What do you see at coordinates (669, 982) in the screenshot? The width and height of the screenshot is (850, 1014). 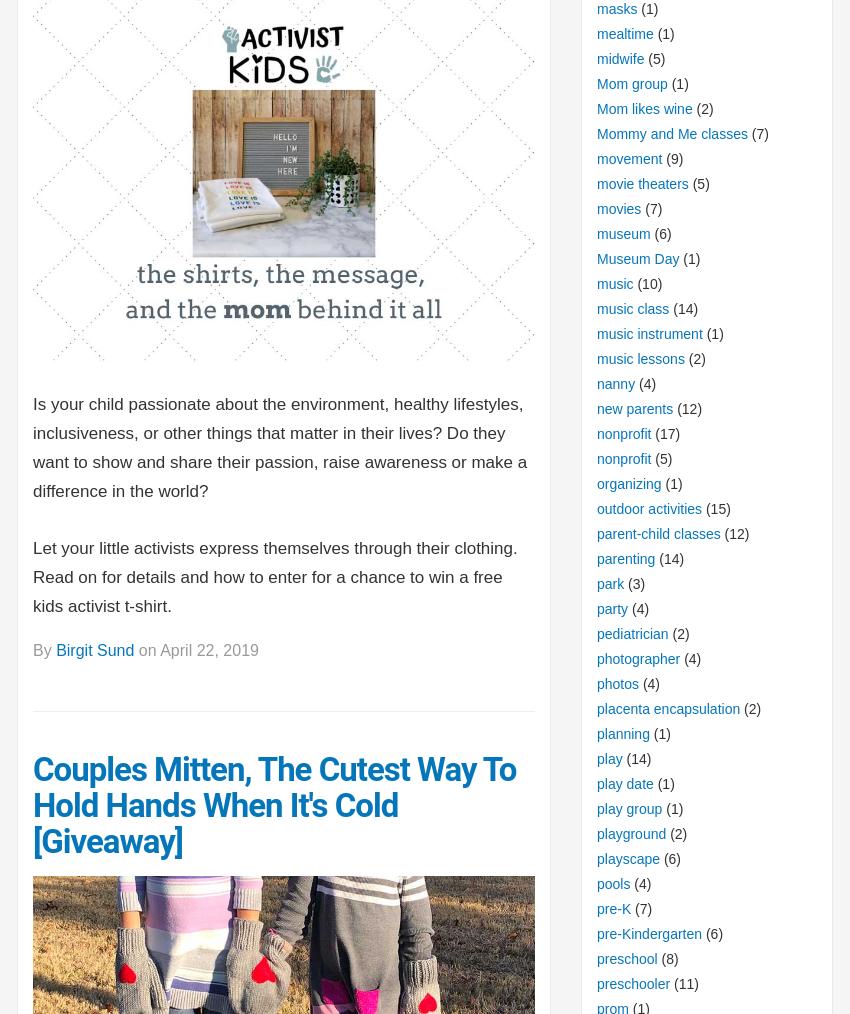 I see `'(11)'` at bounding box center [669, 982].